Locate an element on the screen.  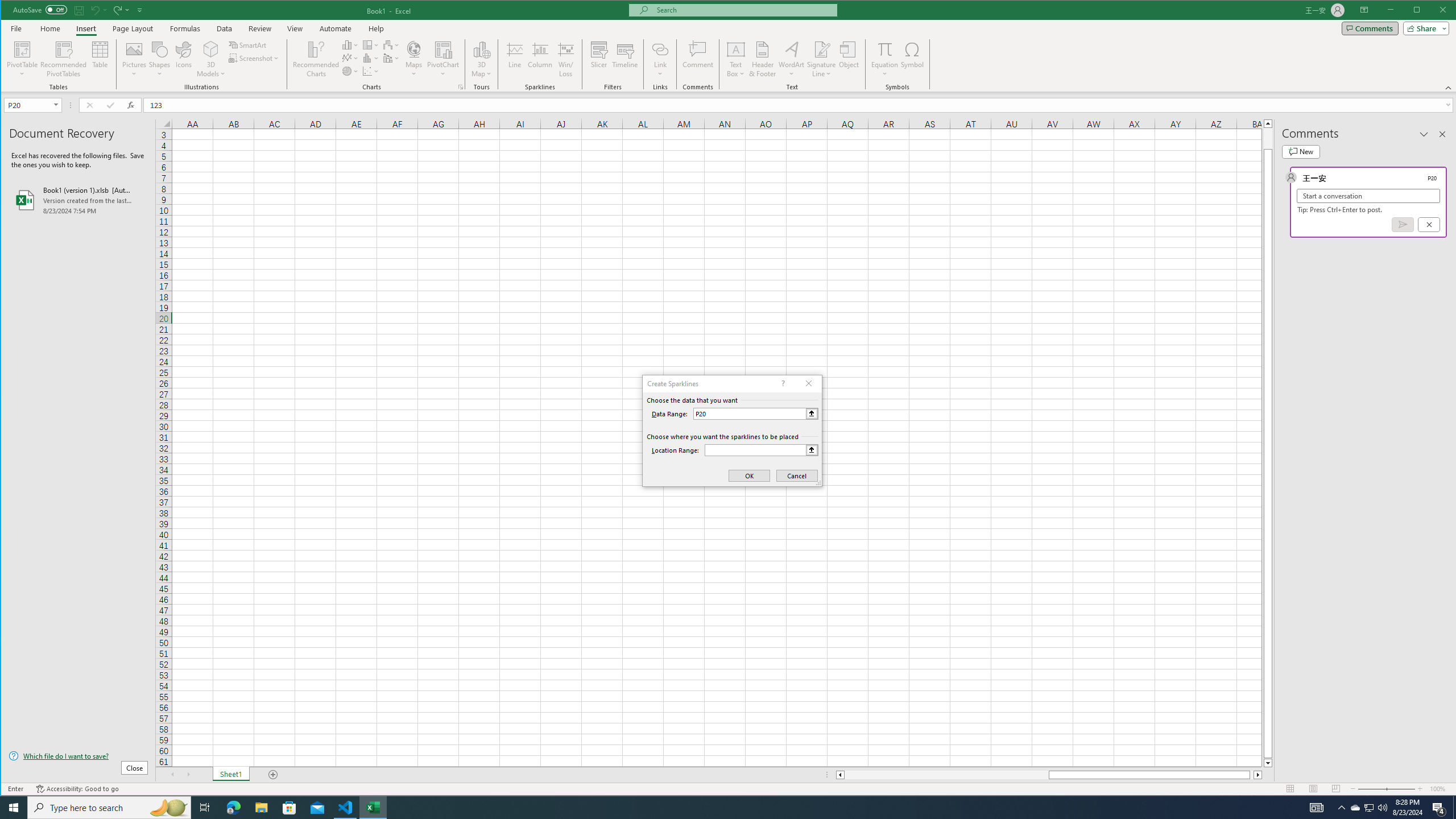
'Symbol...' is located at coordinates (913, 59).